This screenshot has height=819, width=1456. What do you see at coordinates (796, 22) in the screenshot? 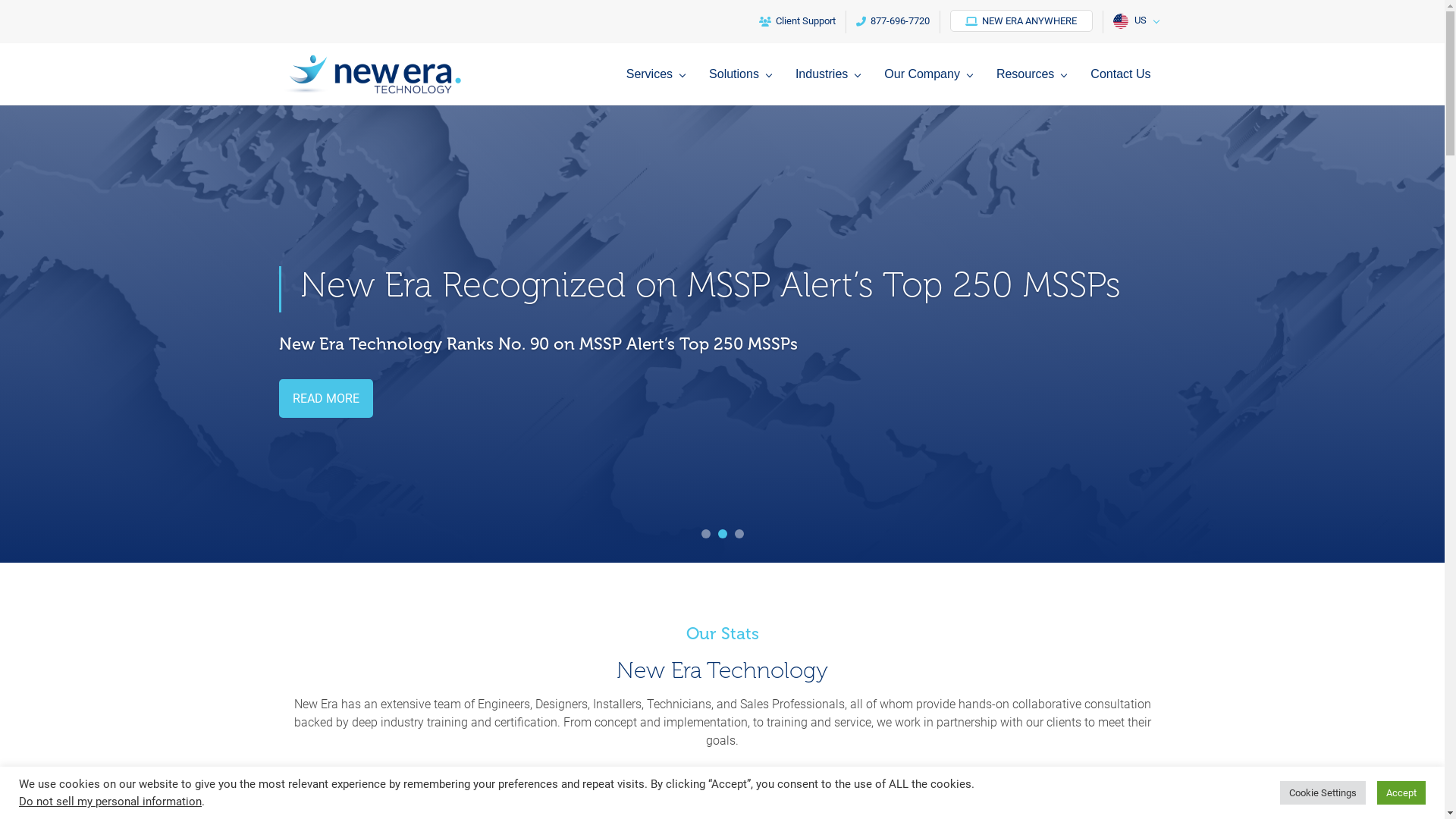
I see `'Client Support'` at bounding box center [796, 22].